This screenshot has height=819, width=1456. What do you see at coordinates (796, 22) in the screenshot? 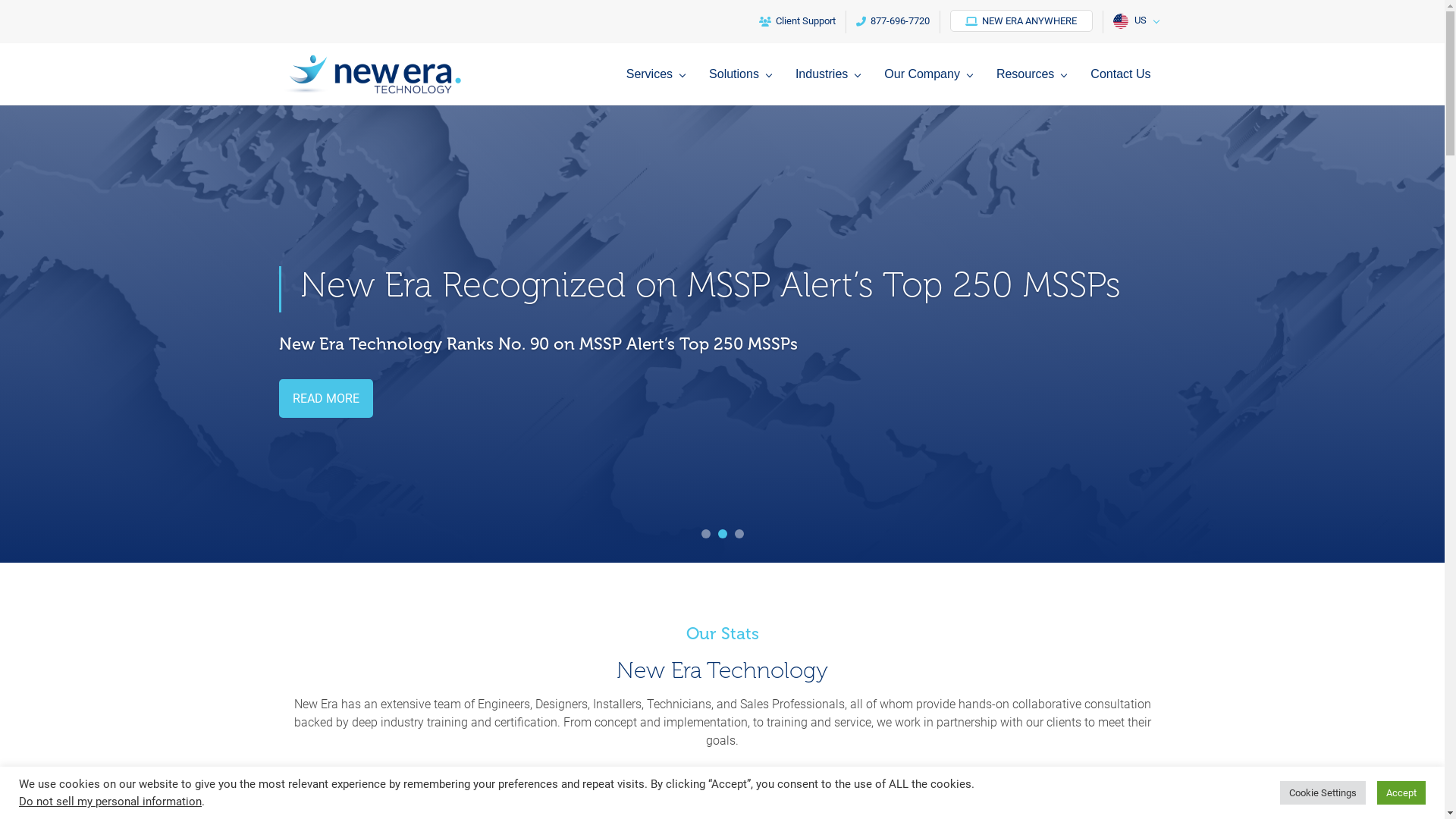
I see `'Client Support'` at bounding box center [796, 22].